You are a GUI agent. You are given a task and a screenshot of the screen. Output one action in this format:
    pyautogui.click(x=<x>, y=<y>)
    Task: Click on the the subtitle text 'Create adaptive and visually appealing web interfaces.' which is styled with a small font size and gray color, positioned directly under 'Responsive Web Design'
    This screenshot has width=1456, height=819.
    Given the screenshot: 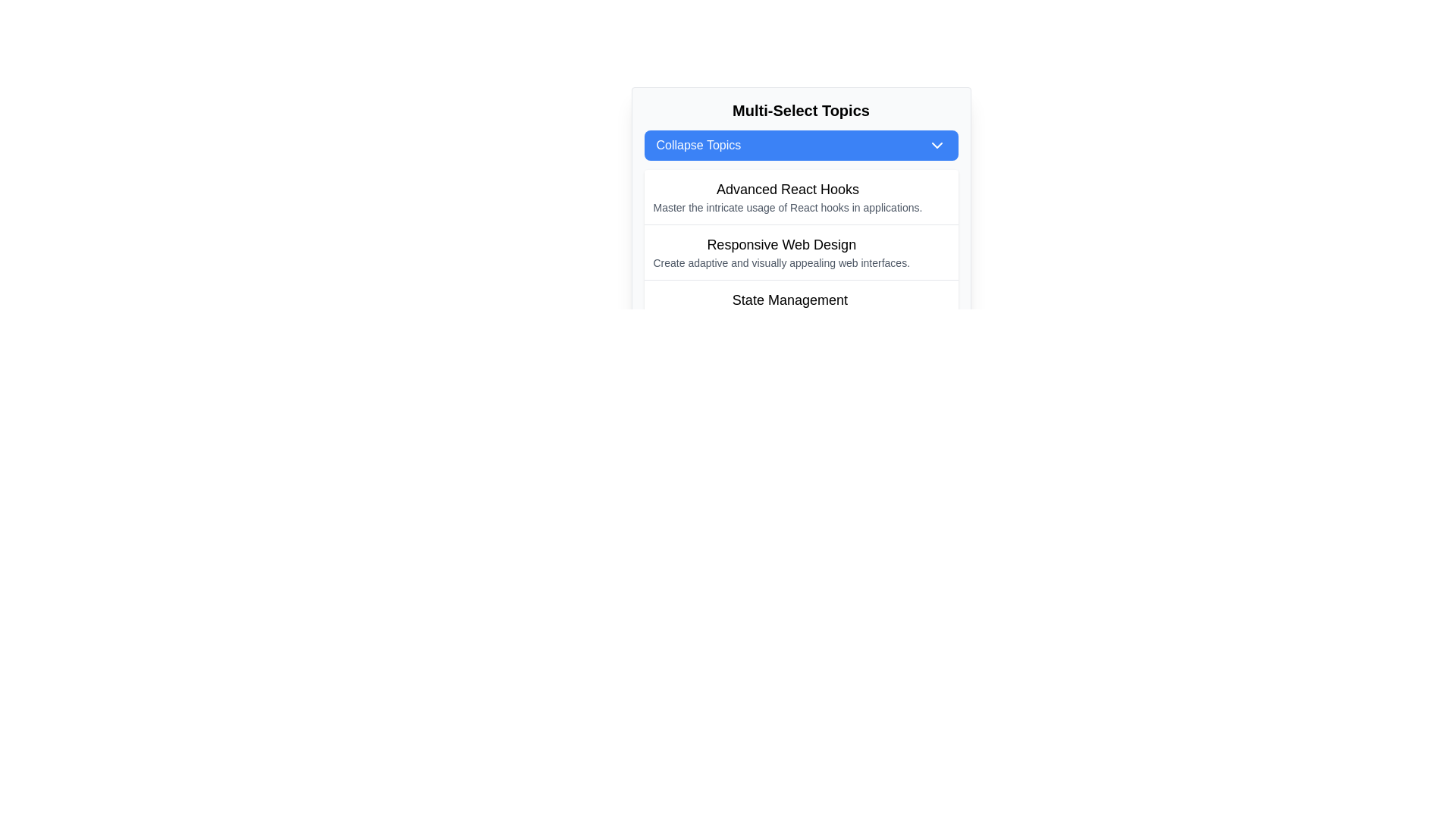 What is the action you would take?
    pyautogui.click(x=781, y=262)
    